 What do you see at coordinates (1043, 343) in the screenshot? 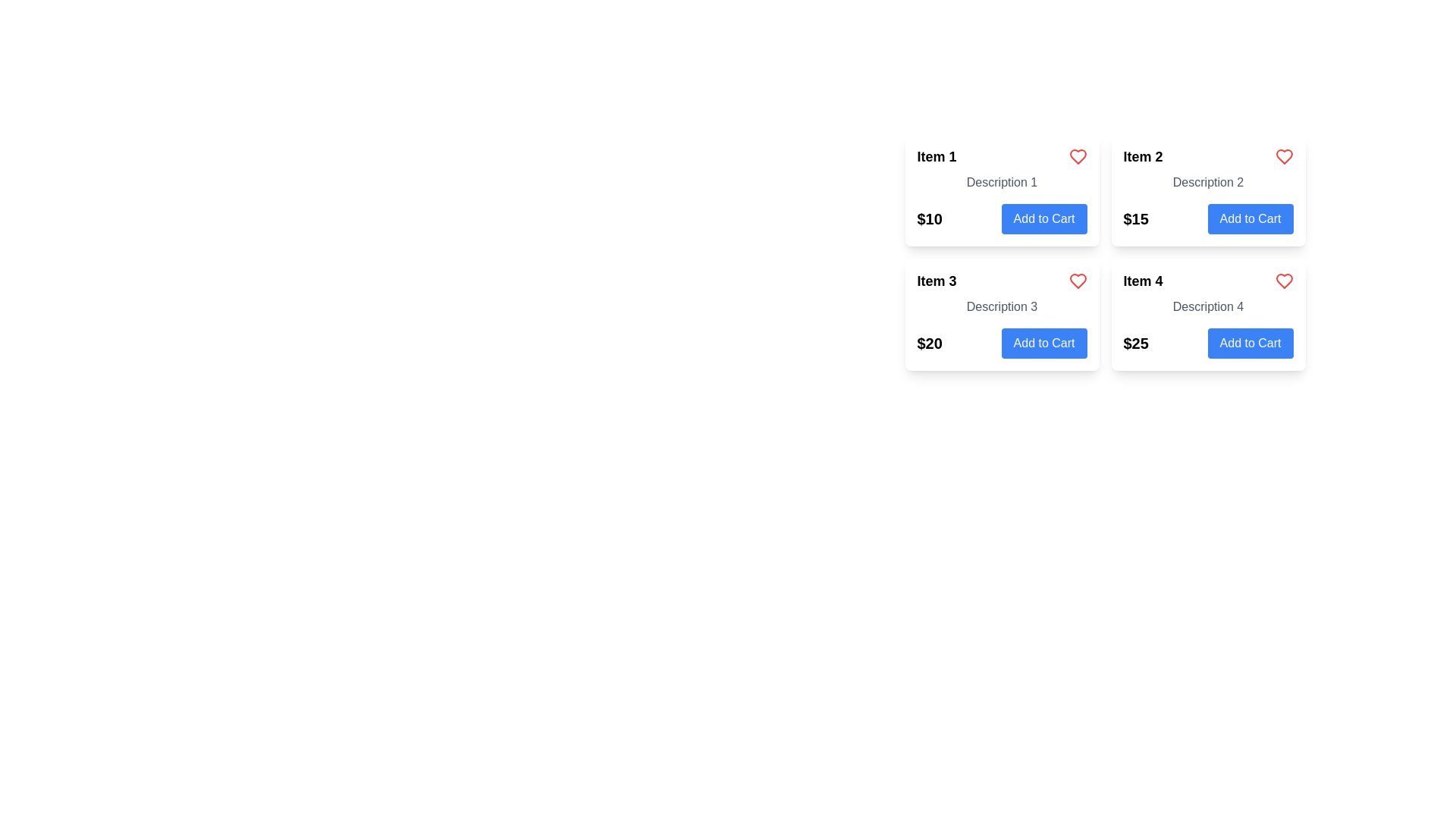
I see `the 'Add to Cart' button located at the bottom-right section of the card for Item 3` at bounding box center [1043, 343].